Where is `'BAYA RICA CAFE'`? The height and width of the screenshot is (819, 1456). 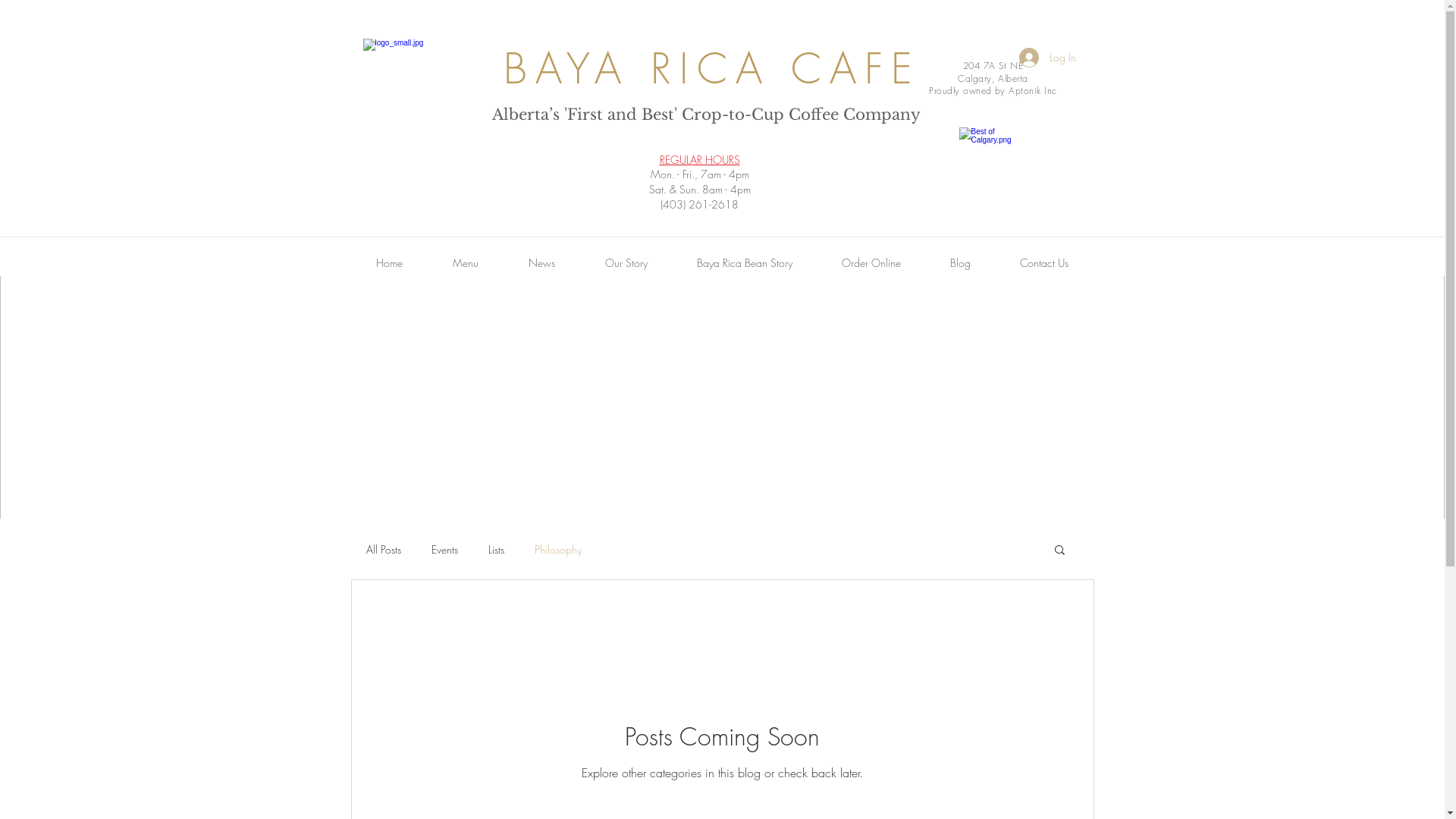 'BAYA RICA CAFE' is located at coordinates (503, 68).